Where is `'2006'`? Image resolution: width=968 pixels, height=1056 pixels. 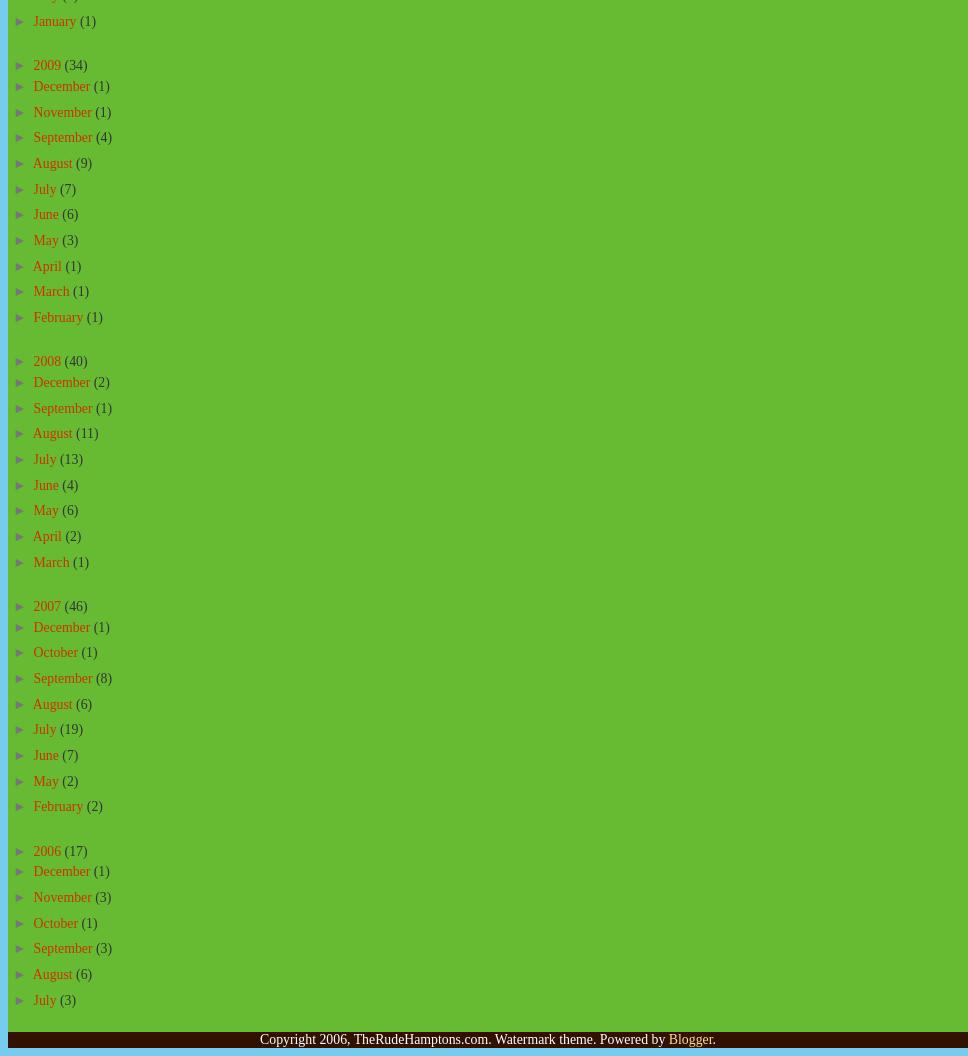
'2006' is located at coordinates (47, 850).